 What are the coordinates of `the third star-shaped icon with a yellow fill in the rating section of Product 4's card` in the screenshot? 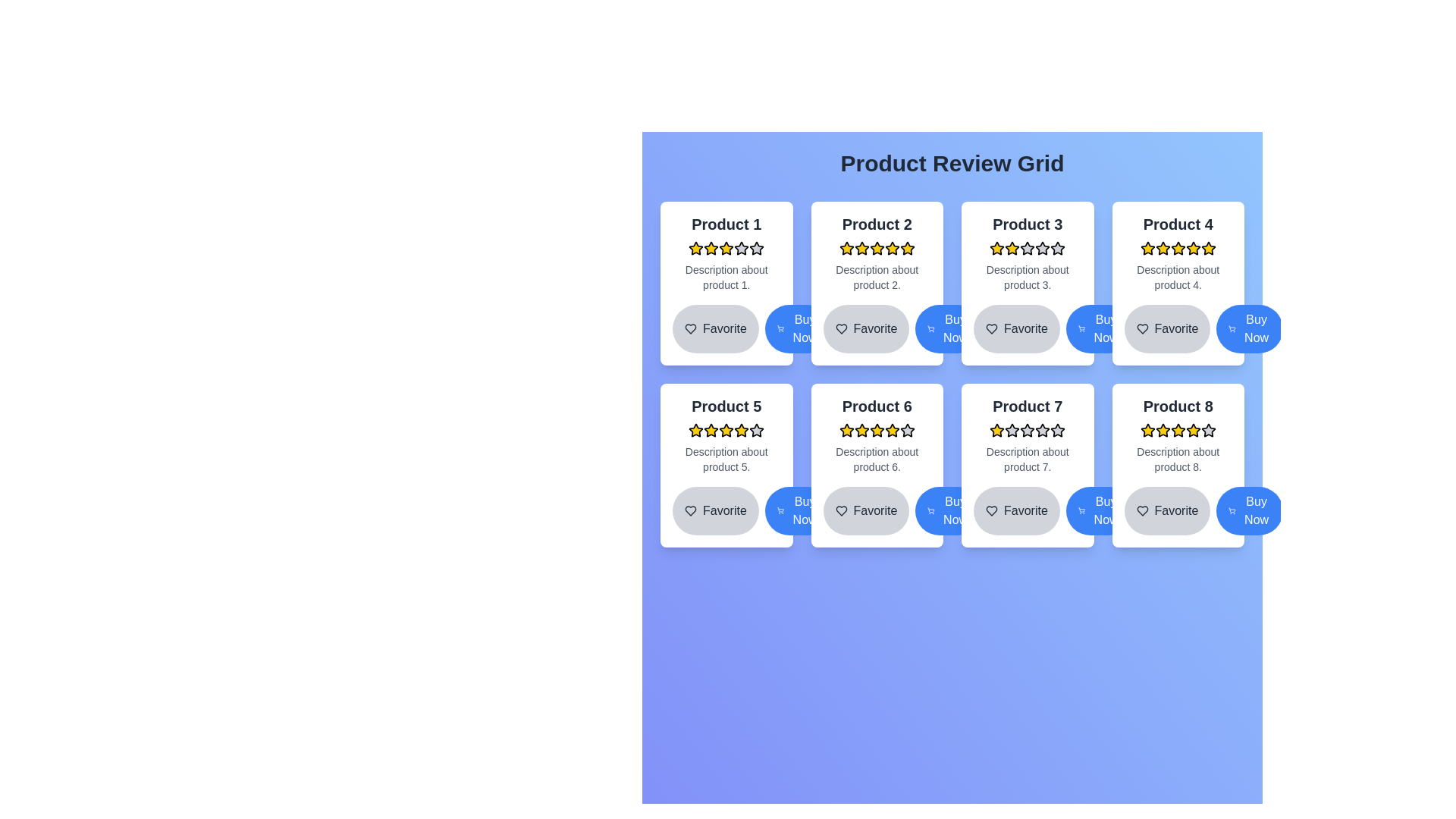 It's located at (1162, 247).